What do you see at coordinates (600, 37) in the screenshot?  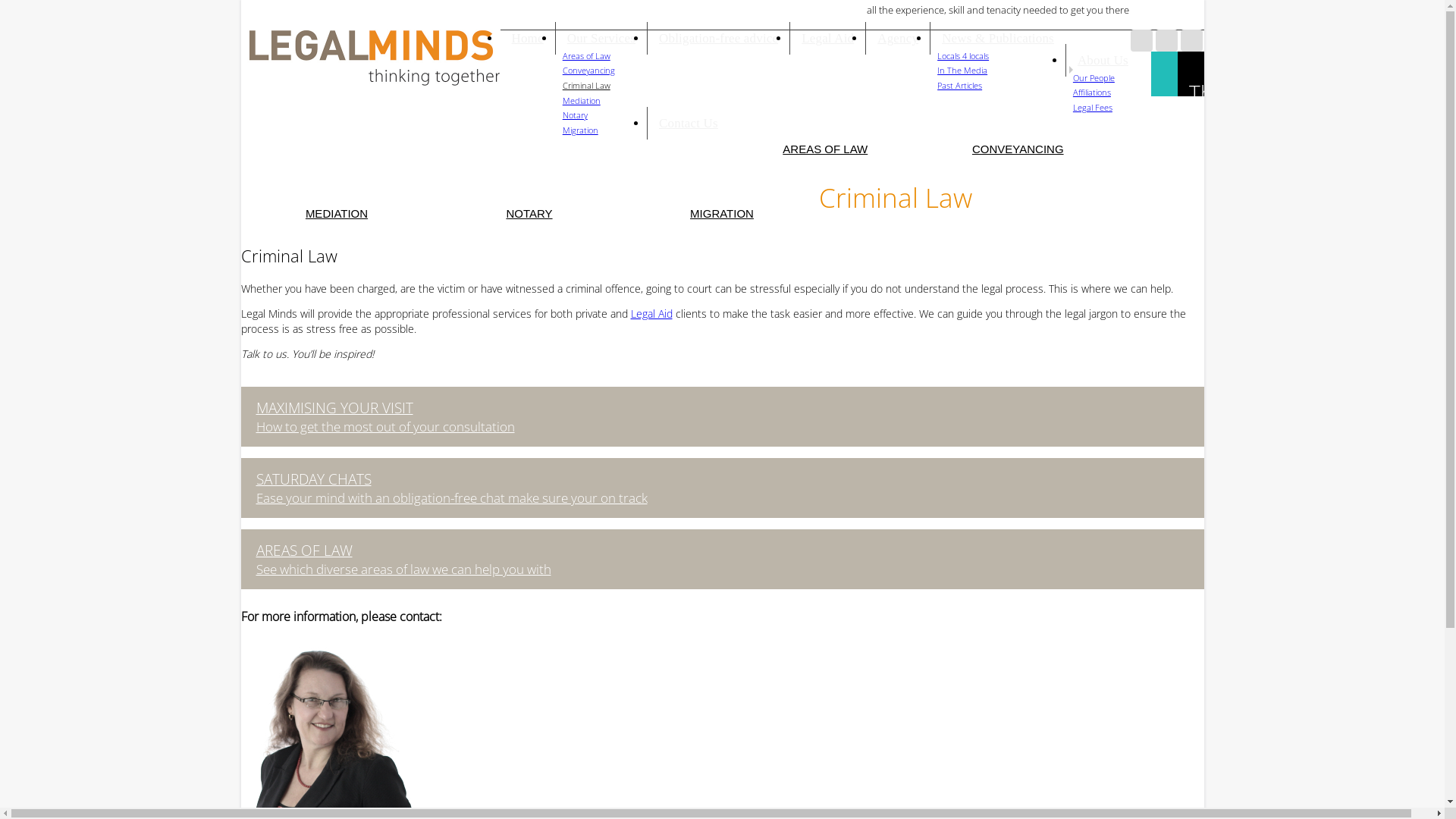 I see `'Our Services'` at bounding box center [600, 37].